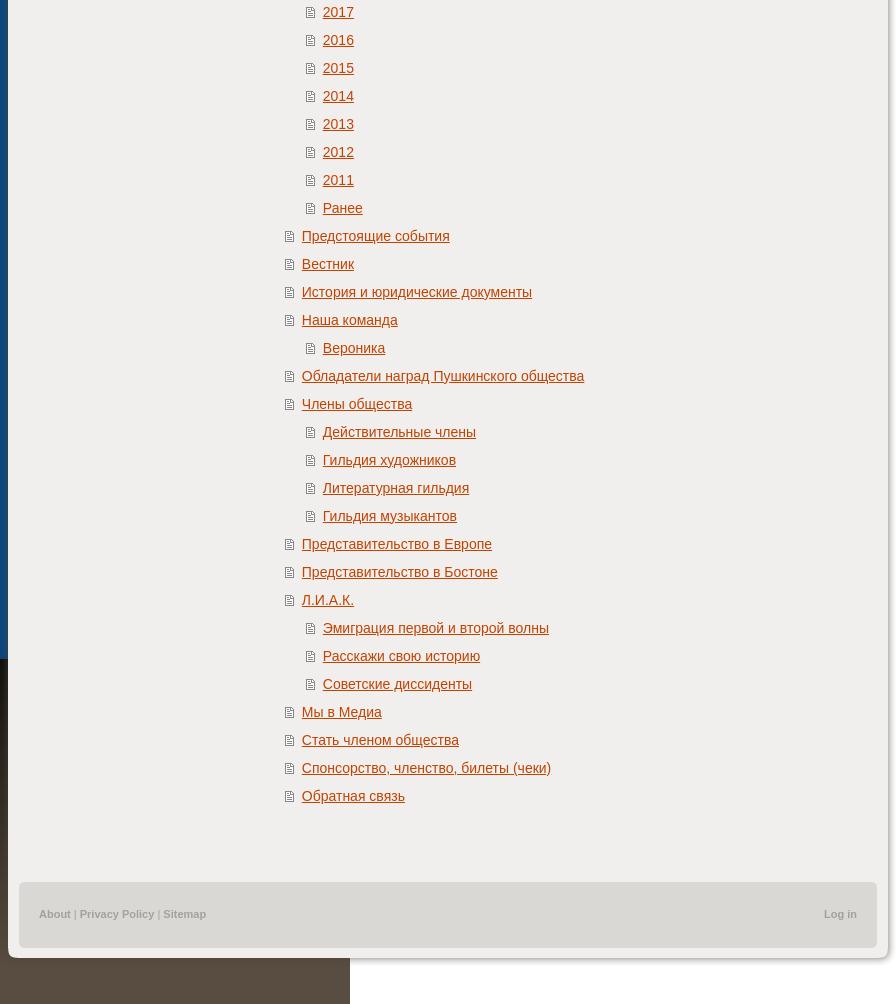 Image resolution: width=896 pixels, height=1004 pixels. I want to click on '2012', so click(337, 150).